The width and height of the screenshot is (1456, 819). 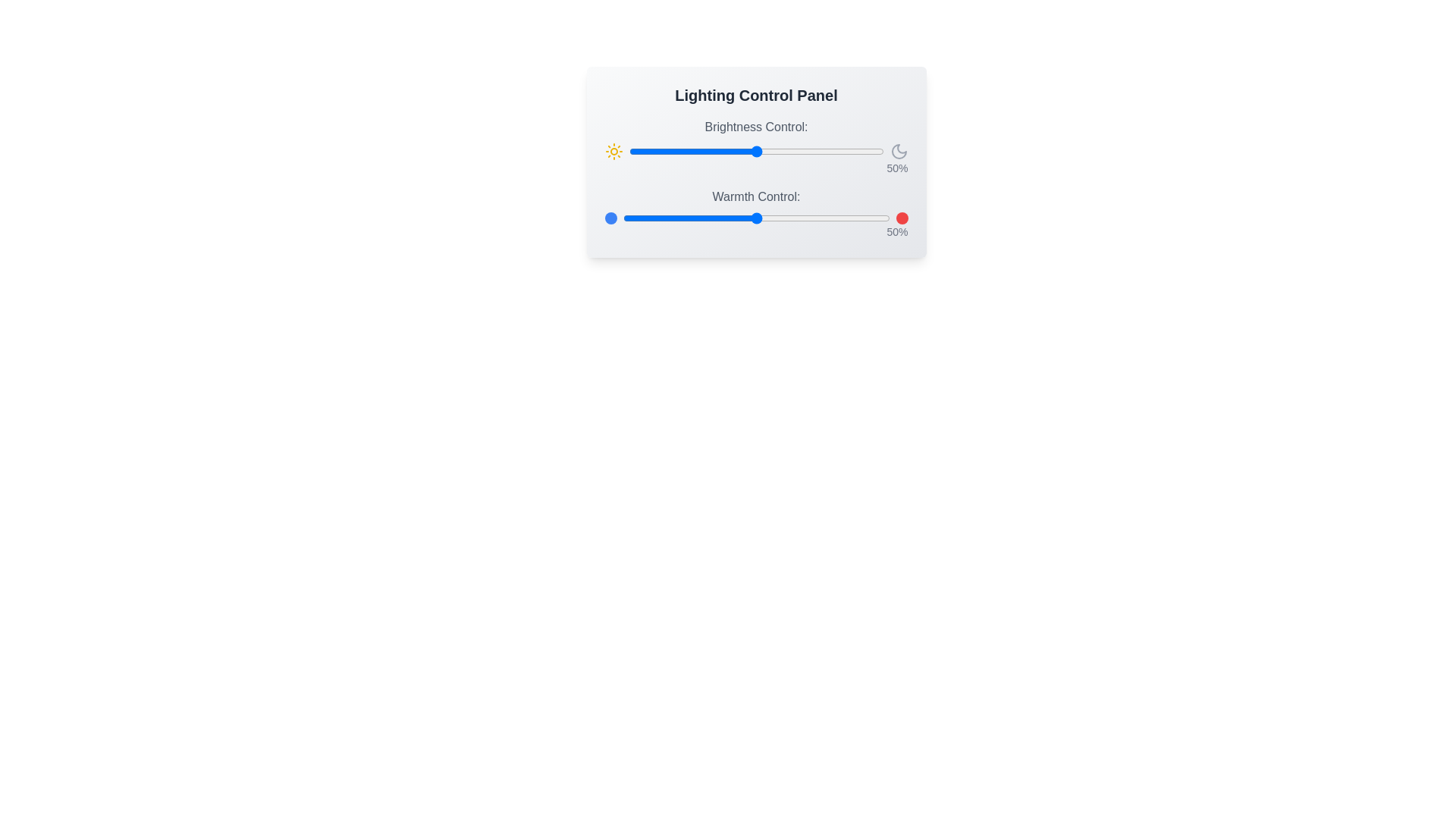 I want to click on brightness, so click(x=709, y=152).